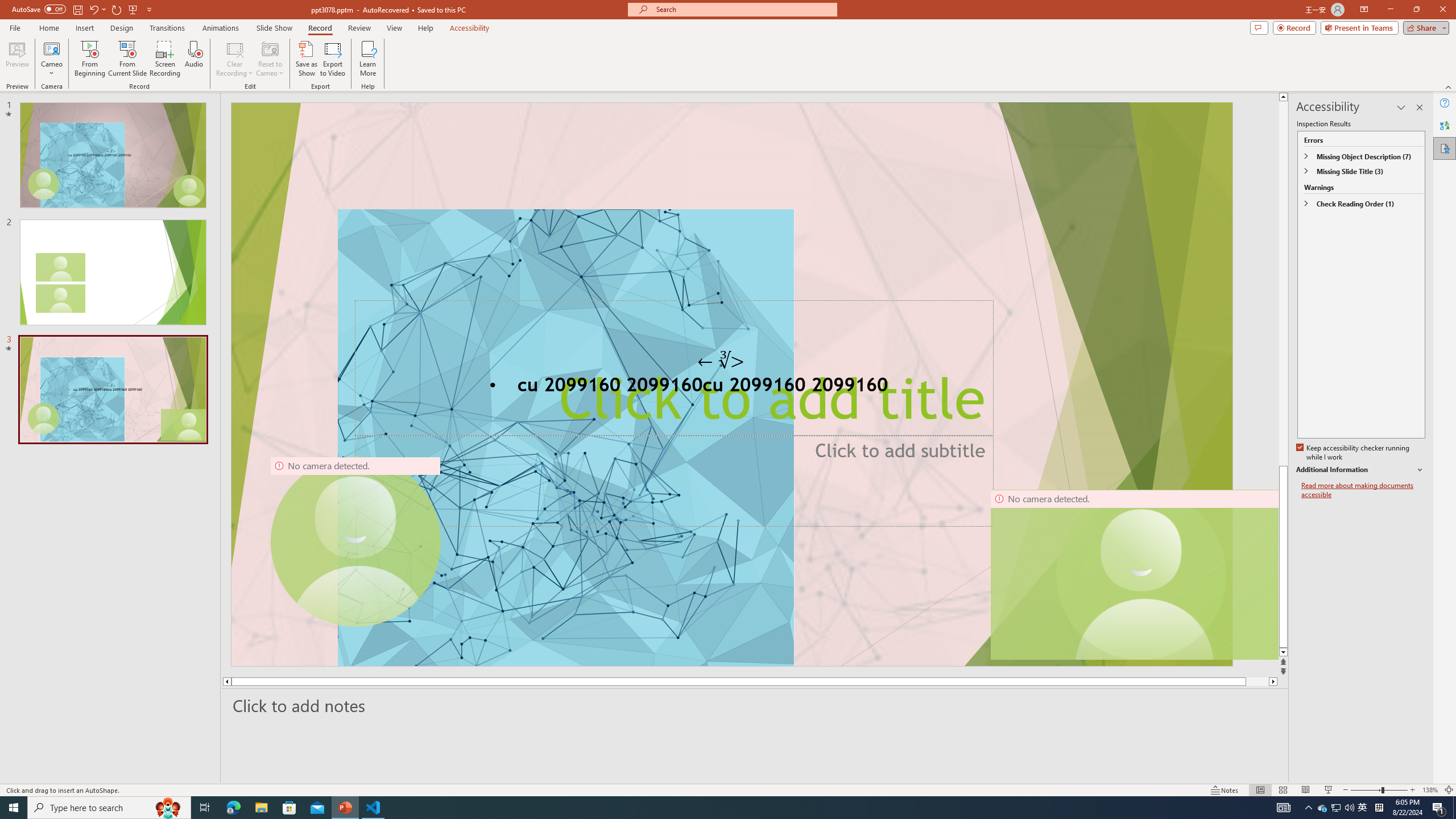 This screenshot has width=1456, height=819. What do you see at coordinates (89, 59) in the screenshot?
I see `'From Beginning...'` at bounding box center [89, 59].